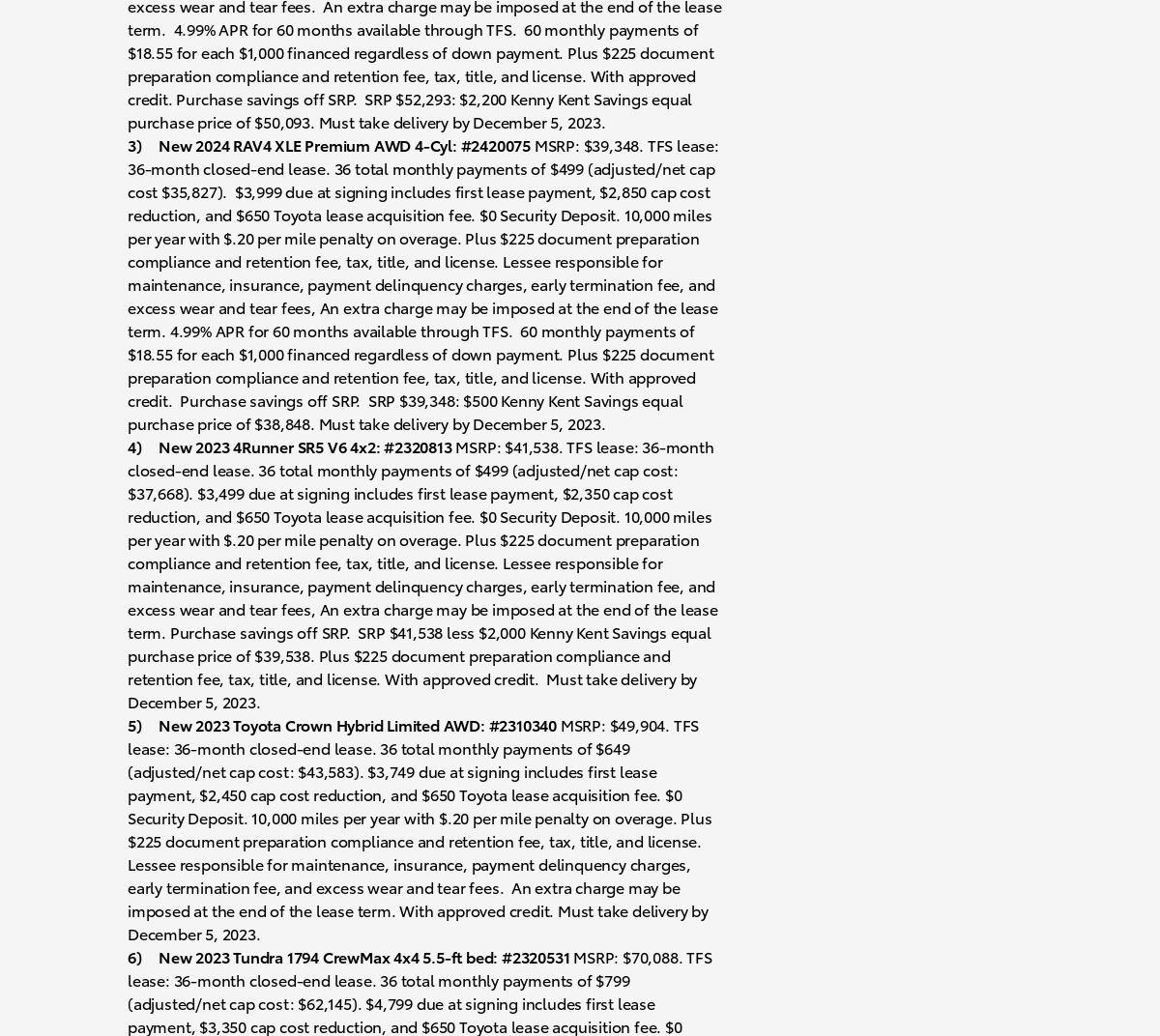  Describe the element at coordinates (133, 954) in the screenshot. I see `'6)'` at that location.